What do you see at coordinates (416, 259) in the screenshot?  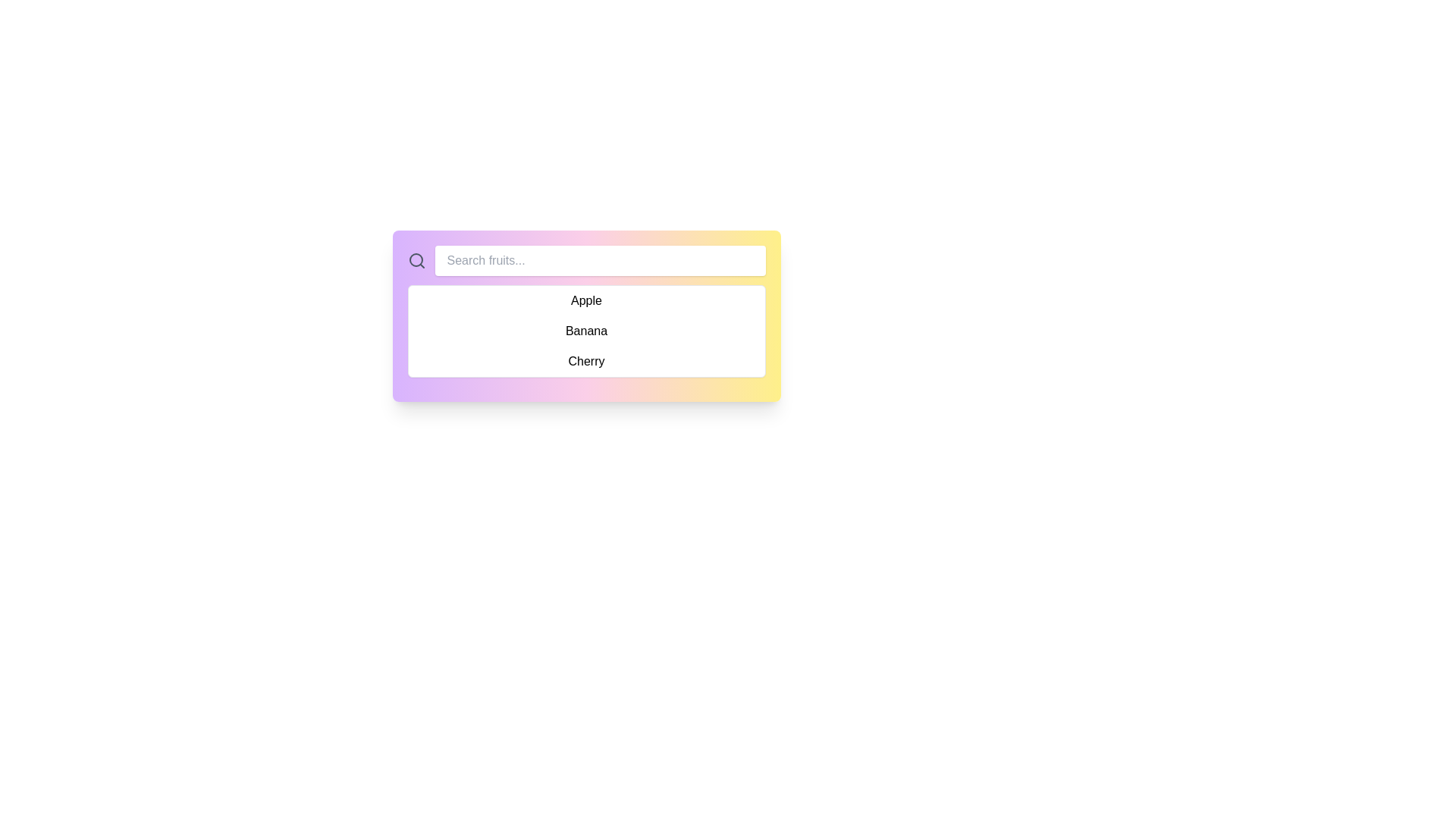 I see `the small circular outline that is part of the search icon, representing the magnifying lens, located near the top-left of the interface next to the input field labeled 'Search fruits...'` at bounding box center [416, 259].